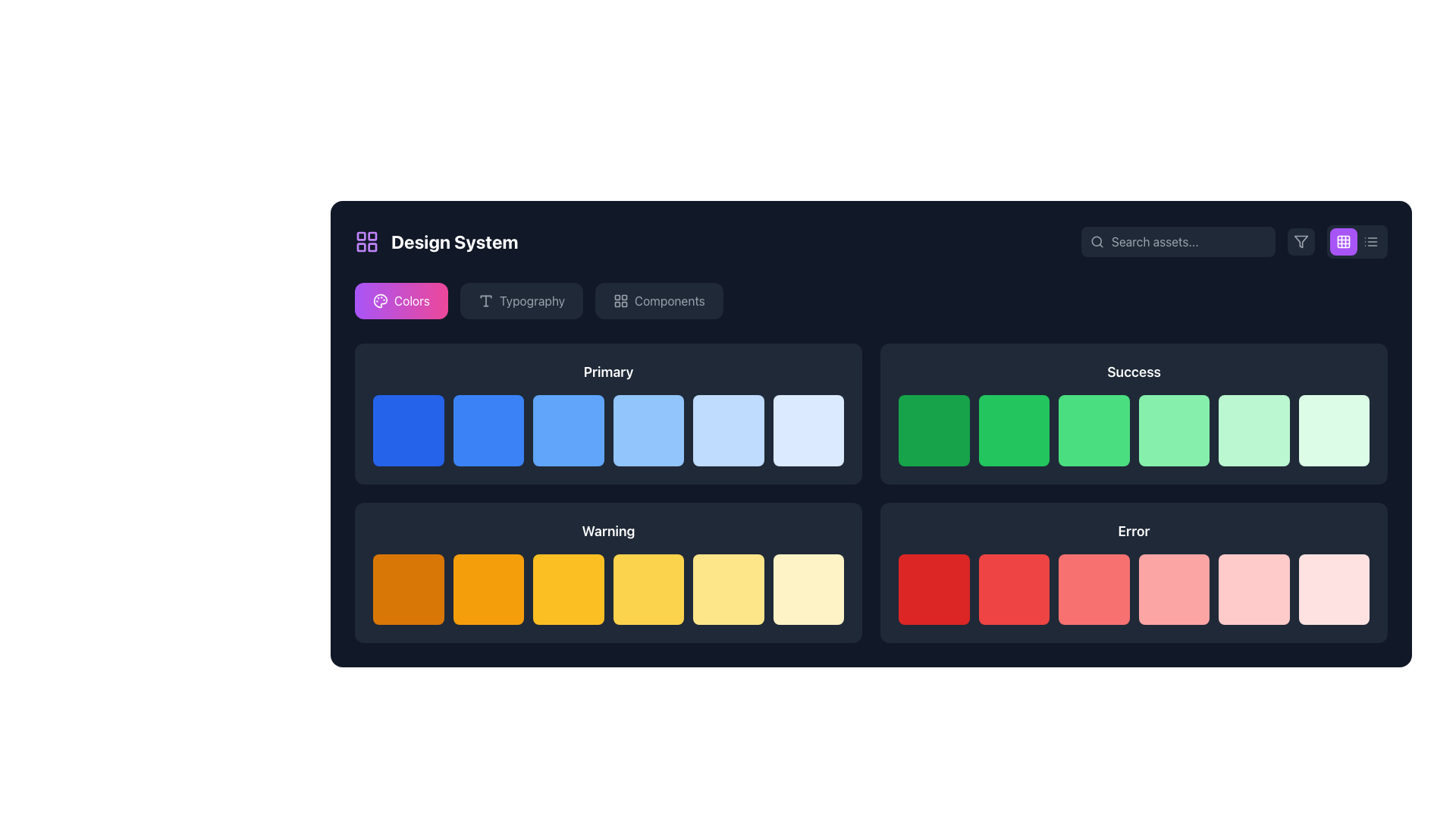 This screenshot has width=1456, height=819. Describe the element at coordinates (809, 432) in the screenshot. I see `the rounded square visual element that is part of the 'Primary' color palette group, located on the rightmost side among peers, and aligned vertically with the Success and Warning sections` at that location.